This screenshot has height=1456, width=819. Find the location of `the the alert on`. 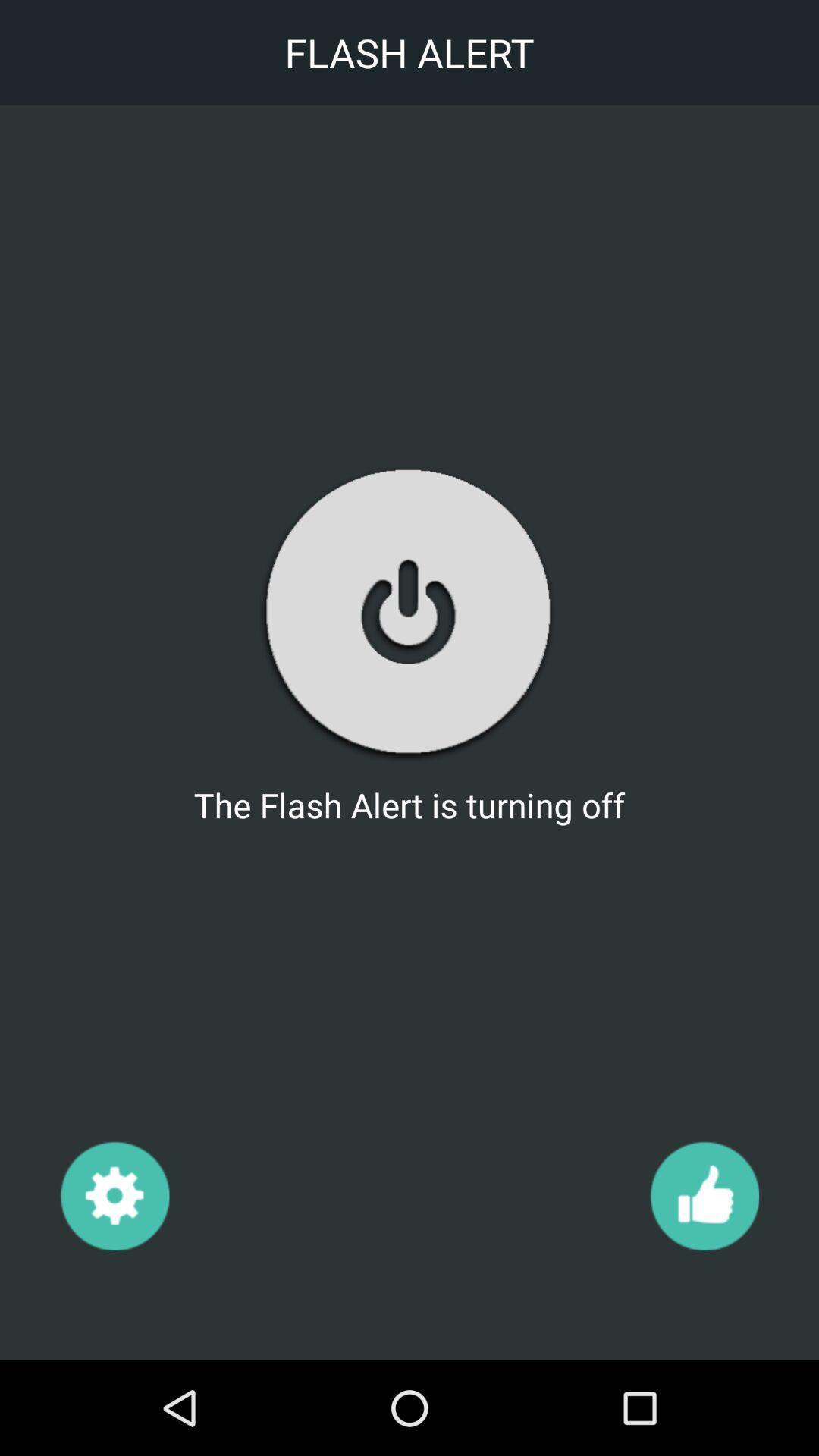

the the alert on is located at coordinates (408, 613).